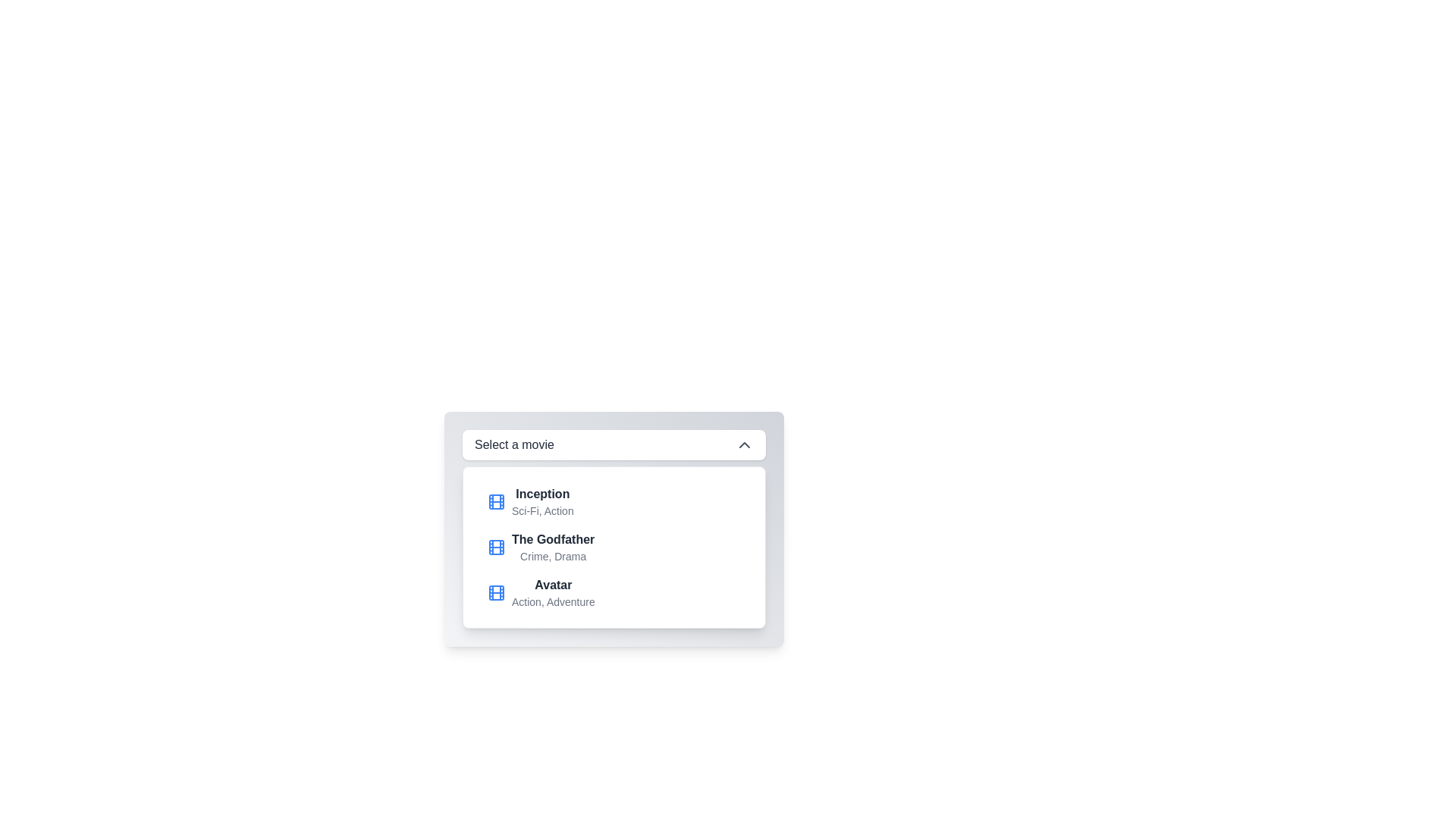 The height and width of the screenshot is (819, 1456). I want to click on the first movie item in the dropdown list labeled 'Select a movie', so click(614, 502).